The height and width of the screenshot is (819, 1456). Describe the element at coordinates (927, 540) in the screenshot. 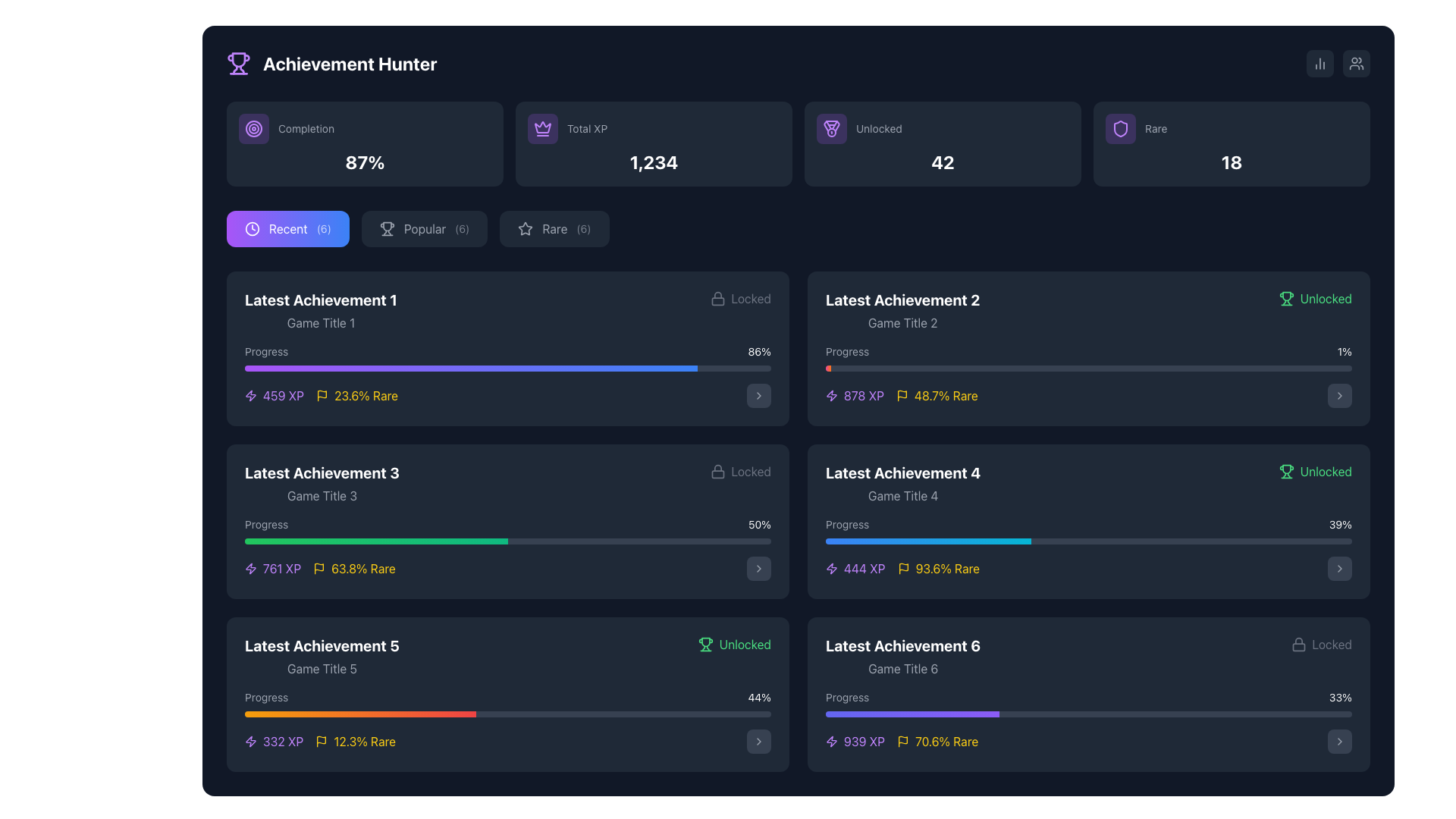

I see `the progress visually on the progress bar segment for 'Latest Achievement 4' located in the lower right section of the interface` at that location.